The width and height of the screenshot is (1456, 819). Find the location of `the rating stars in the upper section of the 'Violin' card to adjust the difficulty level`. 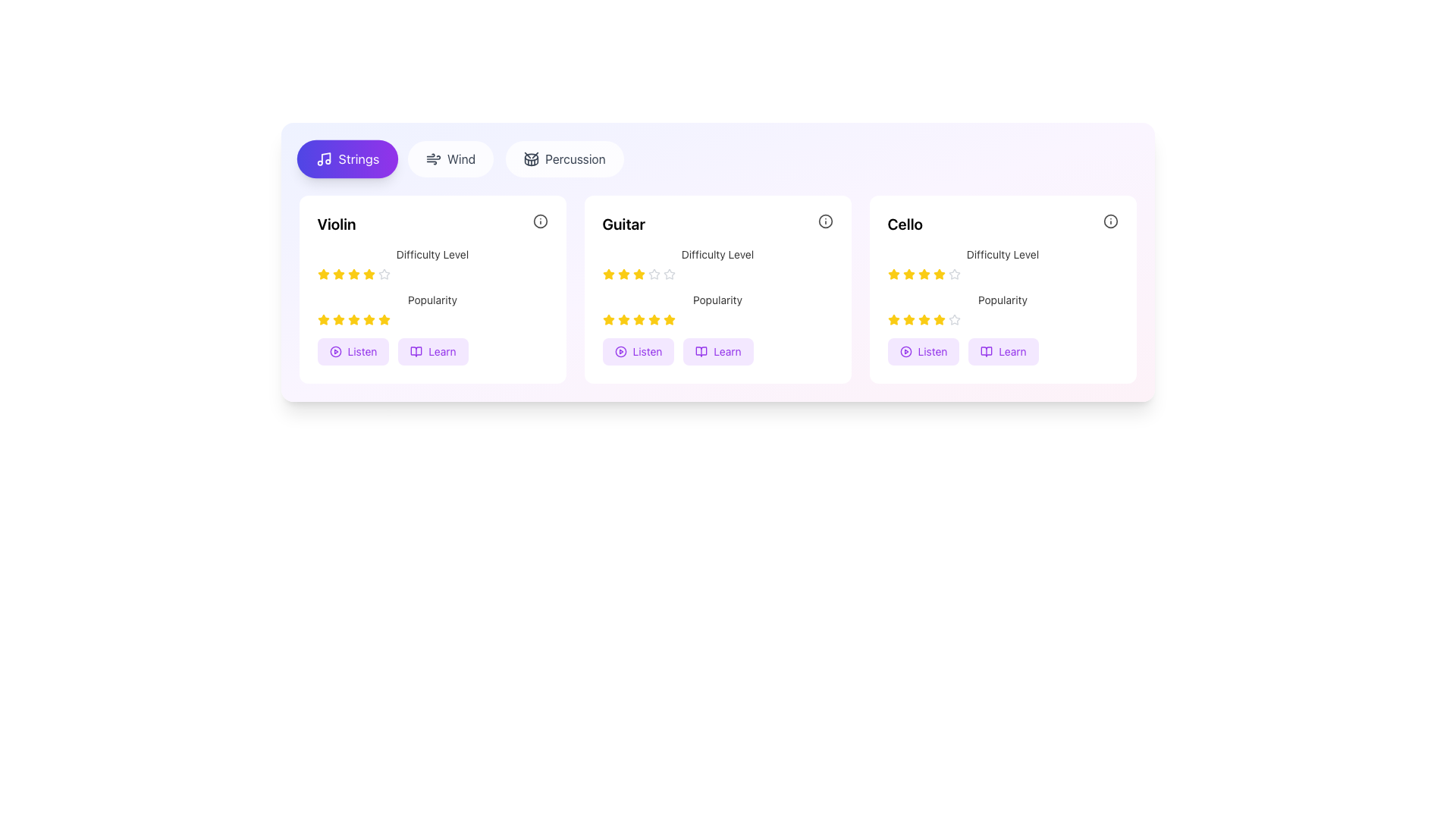

the rating stars in the upper section of the 'Violin' card to adjust the difficulty level is located at coordinates (431, 262).